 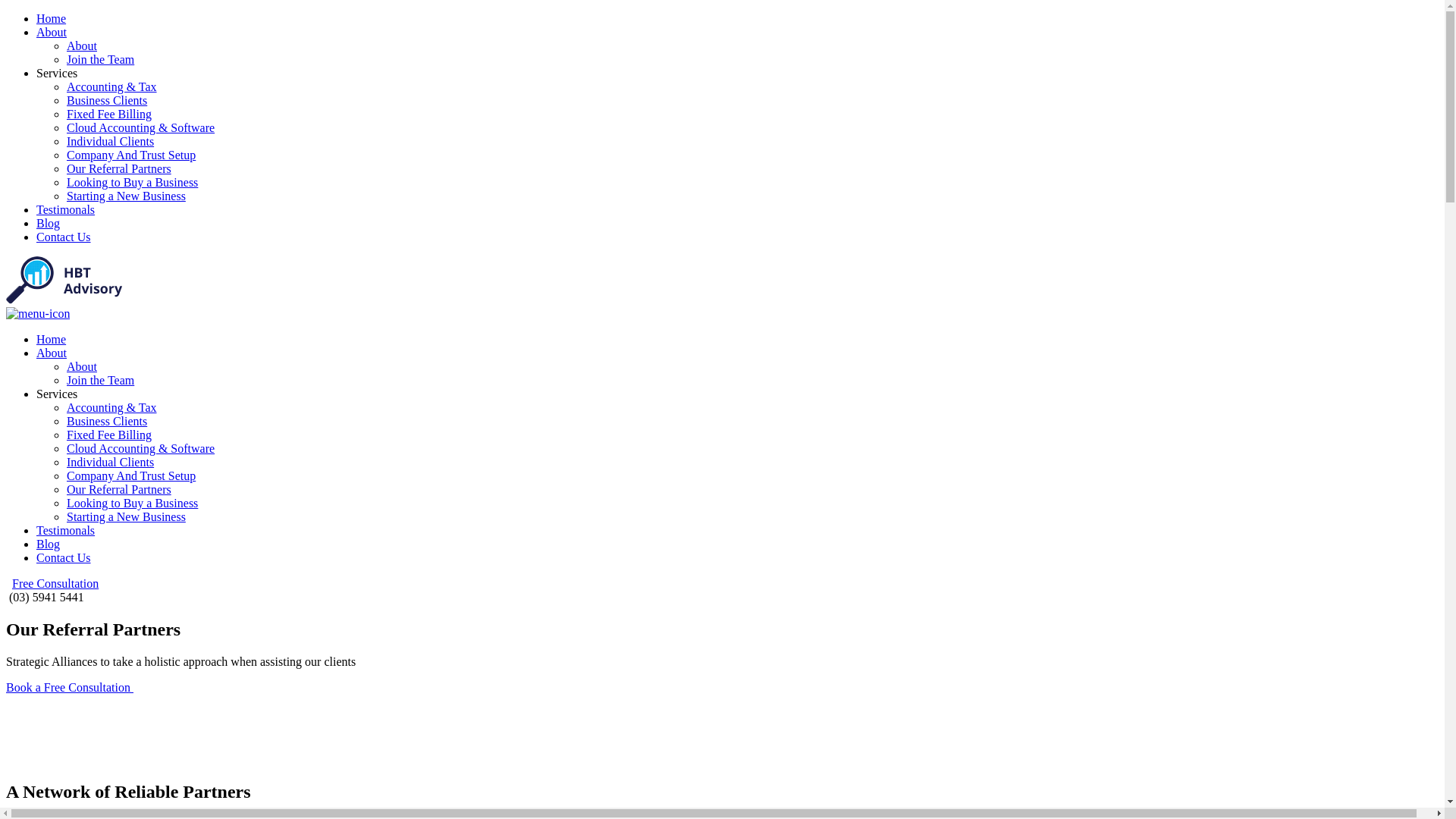 What do you see at coordinates (11, 582) in the screenshot?
I see `'Free Consultation'` at bounding box center [11, 582].